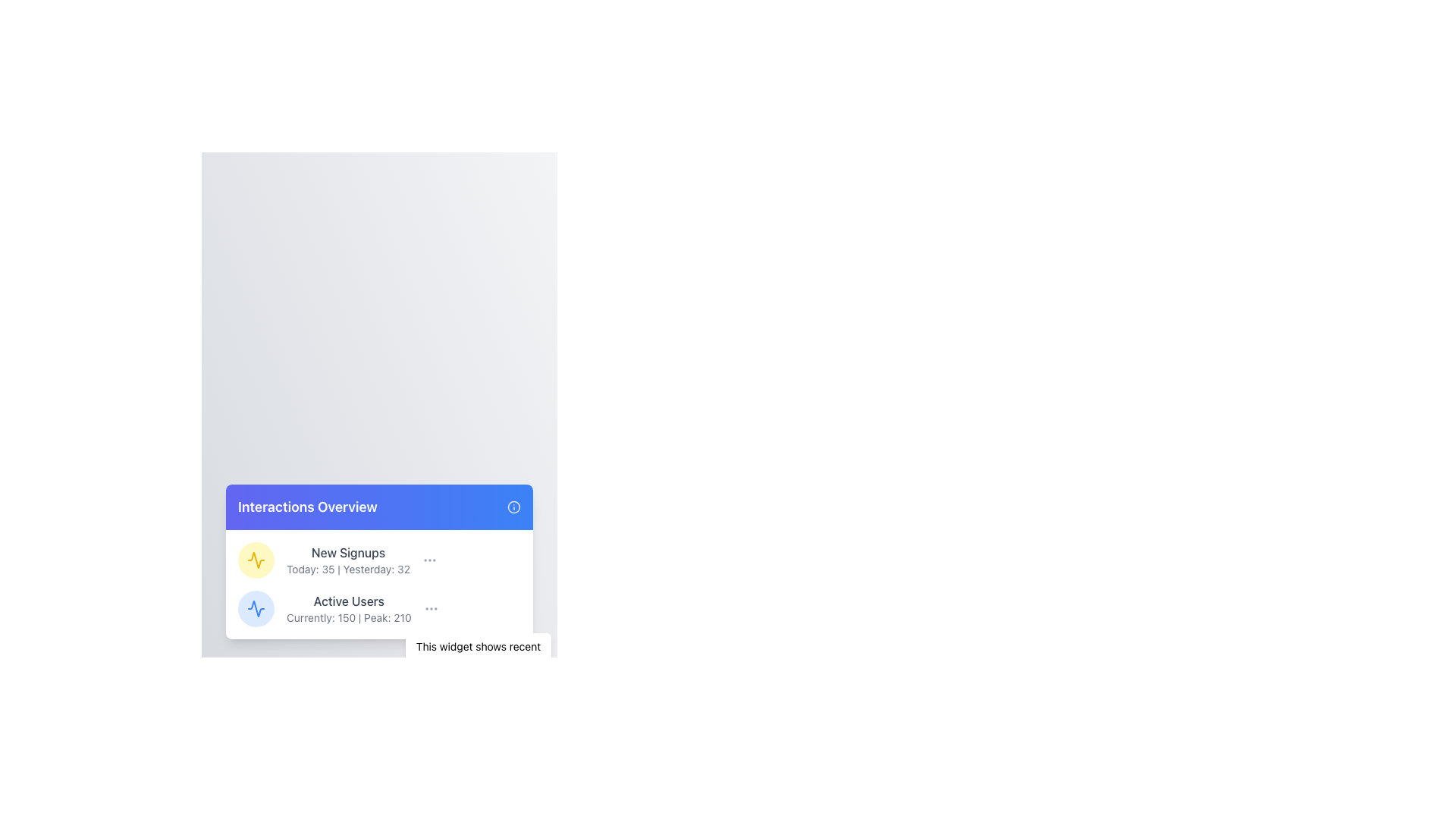 The width and height of the screenshot is (1456, 819). Describe the element at coordinates (379, 607) in the screenshot. I see `the Text Display with Icon that shows the current and peak number of active users, located beneath the 'New Signups' information` at that location.